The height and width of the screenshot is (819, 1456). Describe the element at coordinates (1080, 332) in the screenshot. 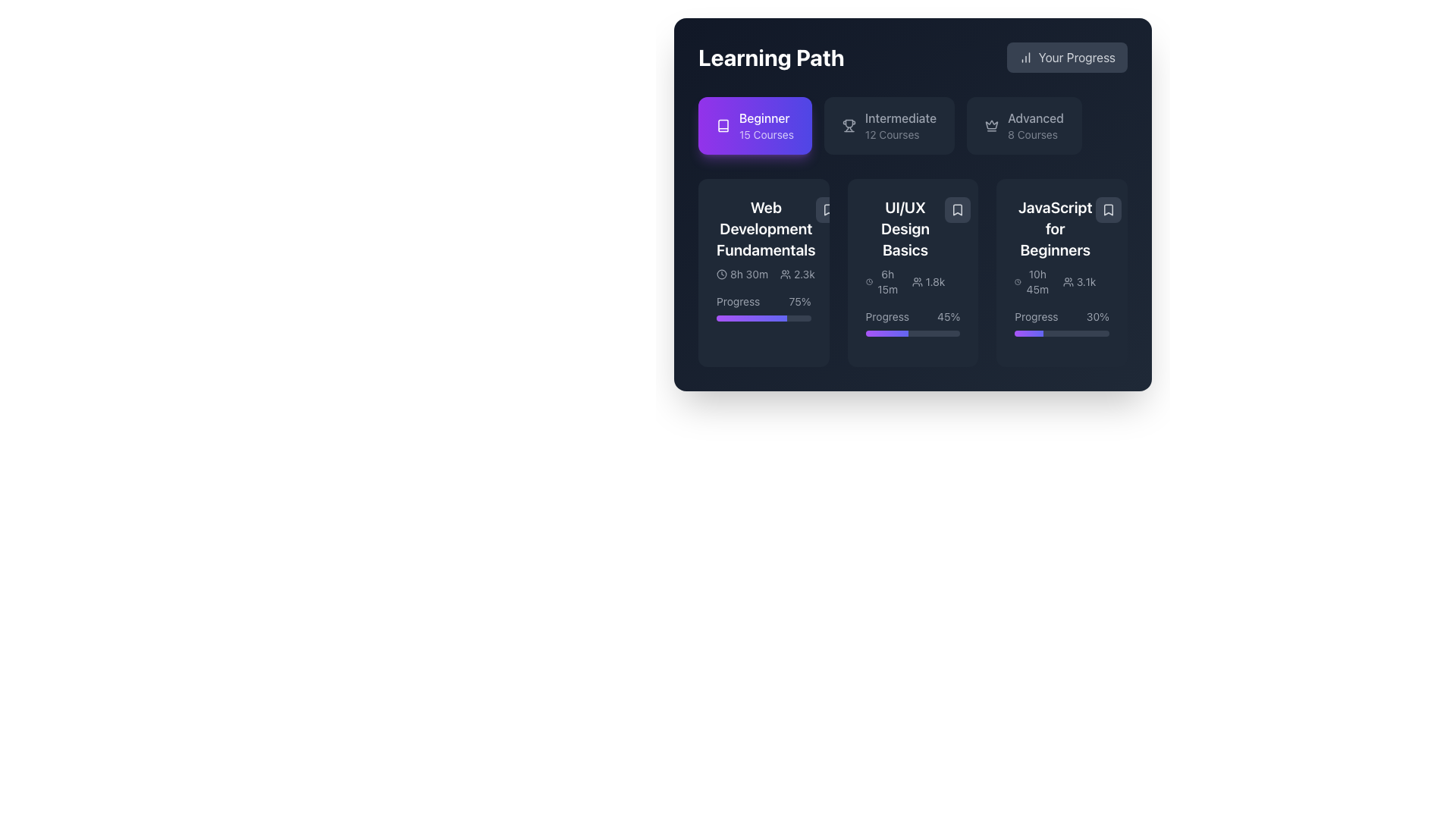

I see `the progress value` at that location.